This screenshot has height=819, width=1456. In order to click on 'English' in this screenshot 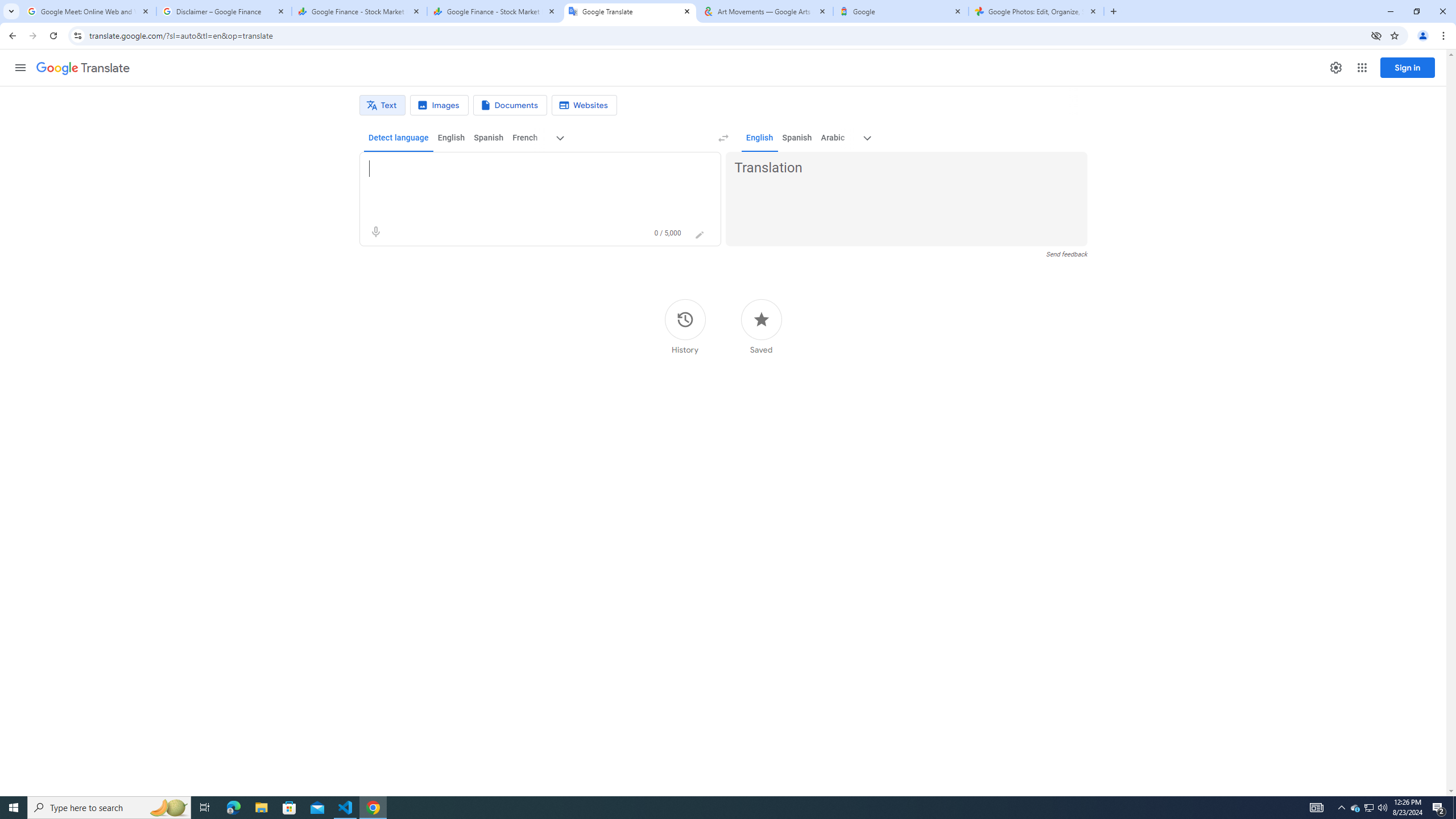, I will do `click(759, 137)`.